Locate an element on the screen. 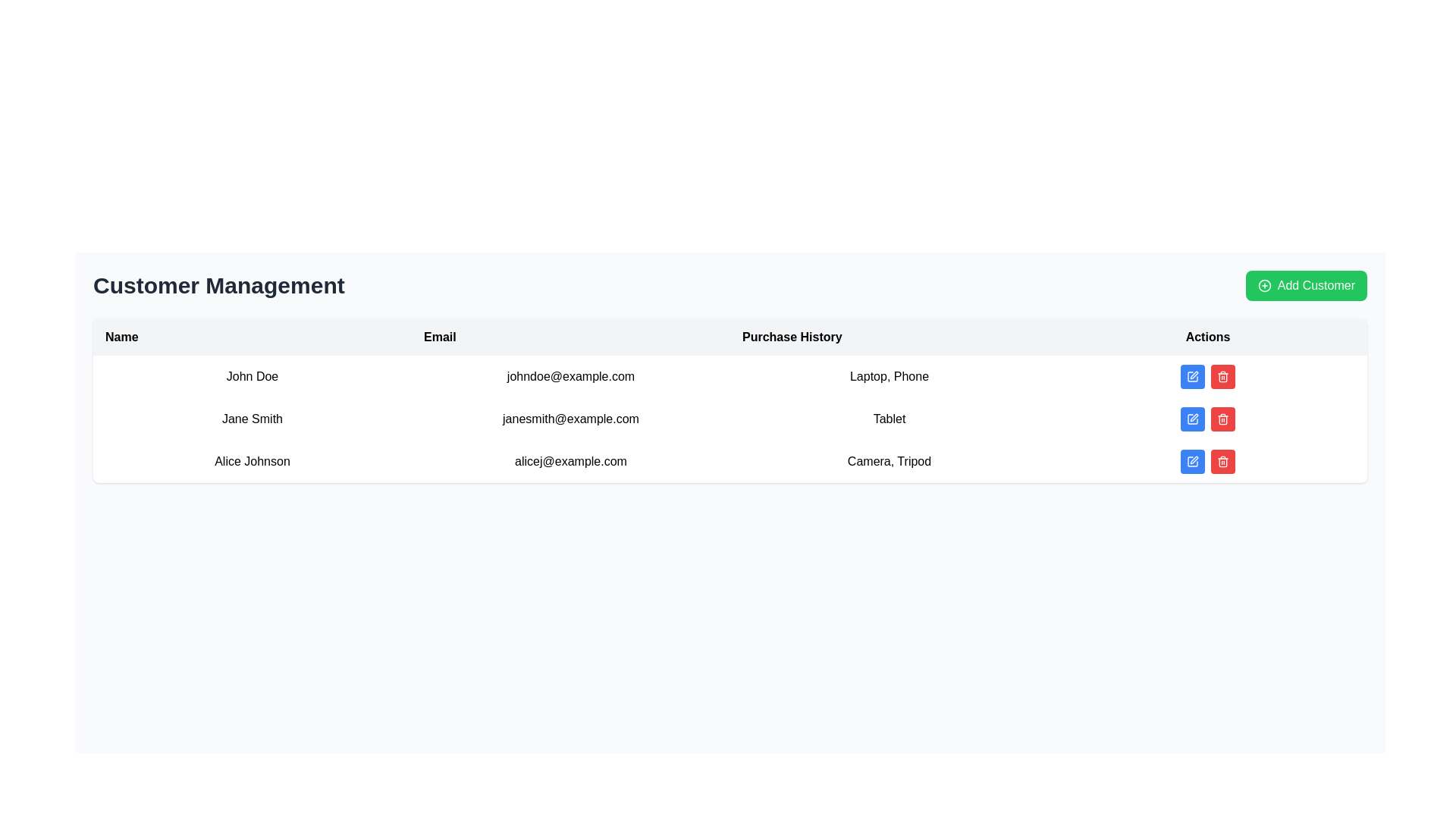 This screenshot has height=819, width=1456. the edit button in the 'Actions' column for the third row of the table, which corresponds to the row following John Doe and Jane Smith is located at coordinates (1192, 461).